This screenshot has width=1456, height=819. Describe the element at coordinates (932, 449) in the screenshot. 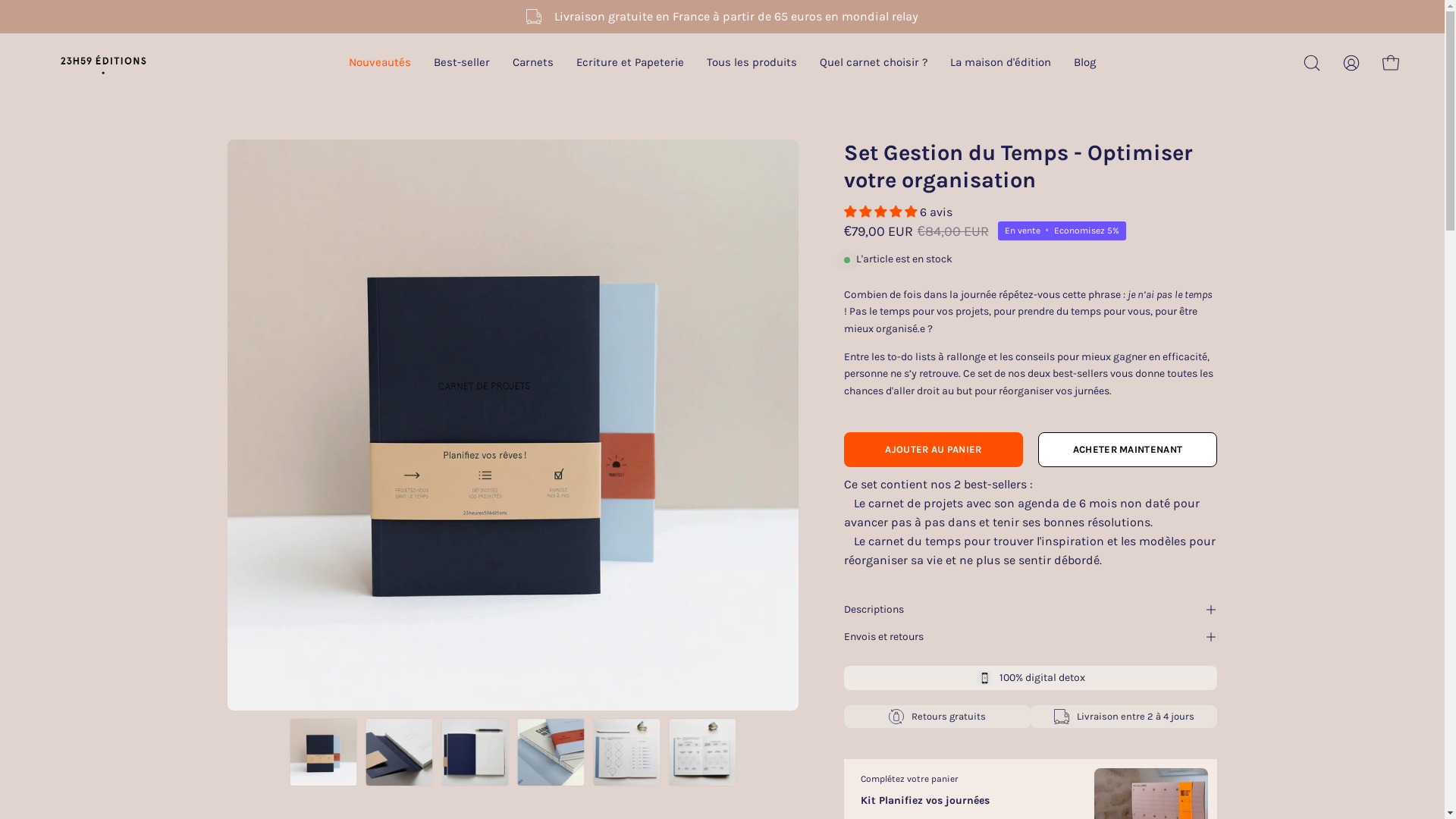

I see `'AJOUTER AU PANIER'` at that location.